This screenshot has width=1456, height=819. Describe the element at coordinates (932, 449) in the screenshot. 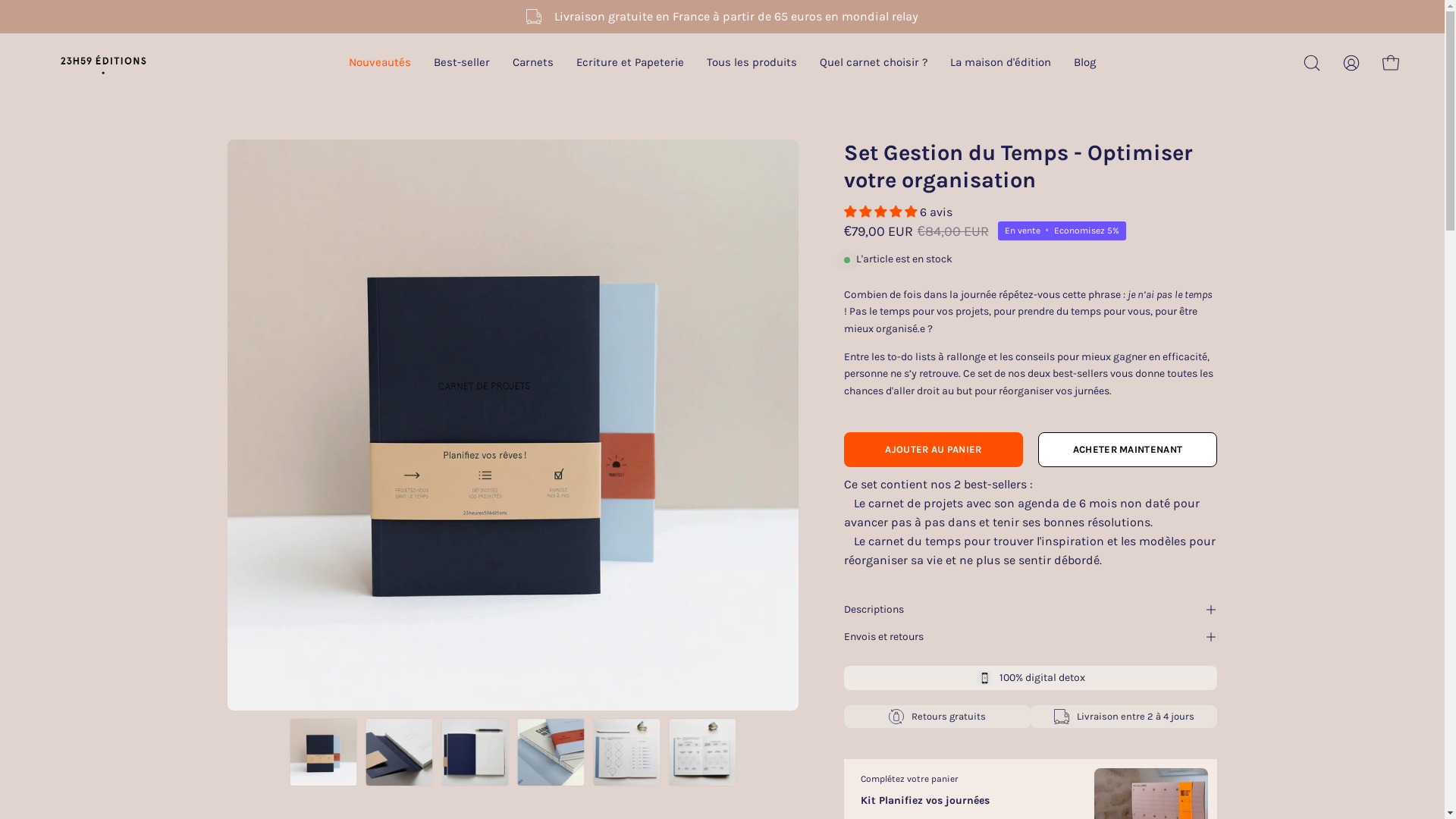

I see `'AJOUTER AU PANIER'` at that location.